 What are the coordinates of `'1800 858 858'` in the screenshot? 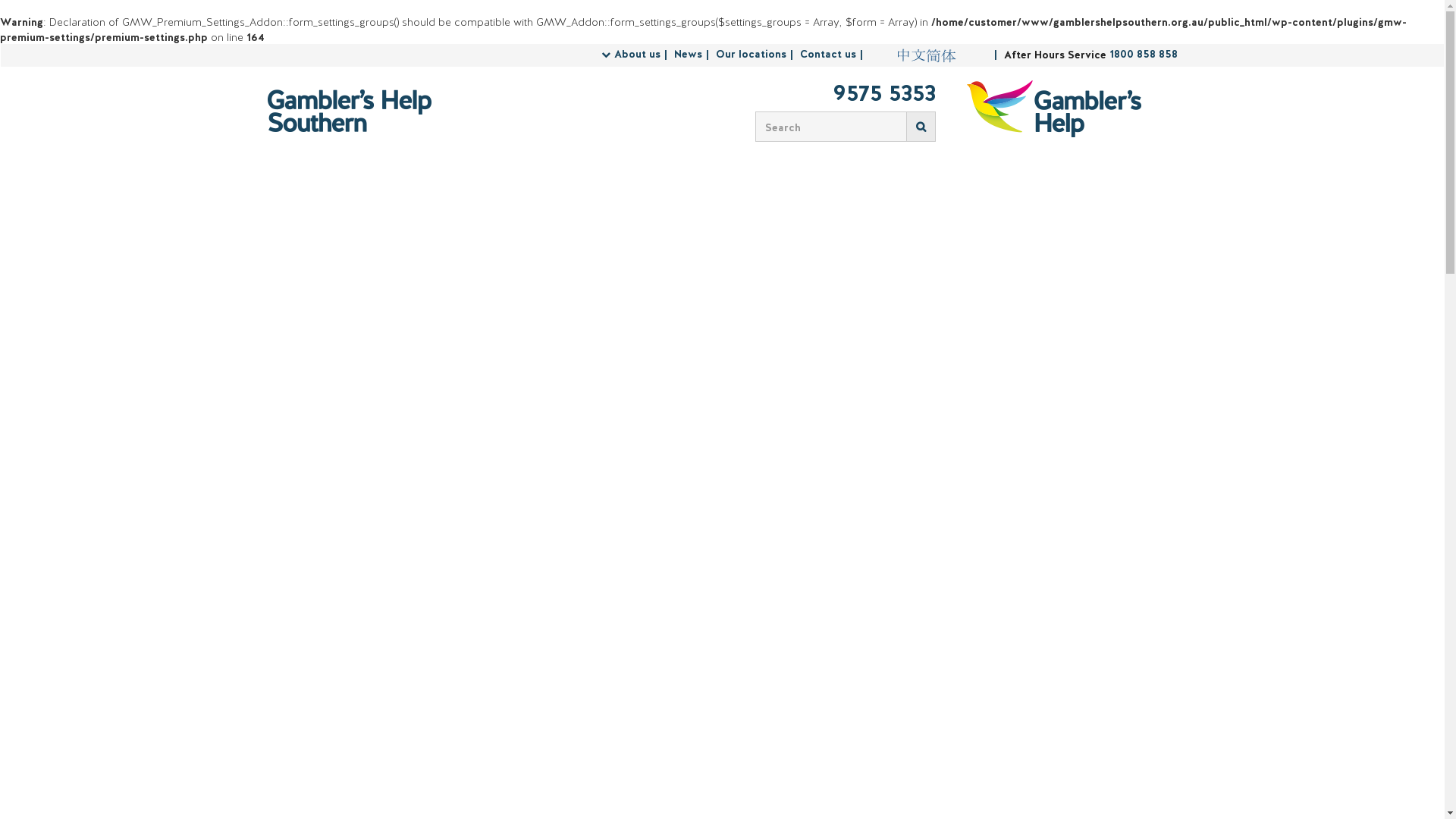 It's located at (1109, 54).